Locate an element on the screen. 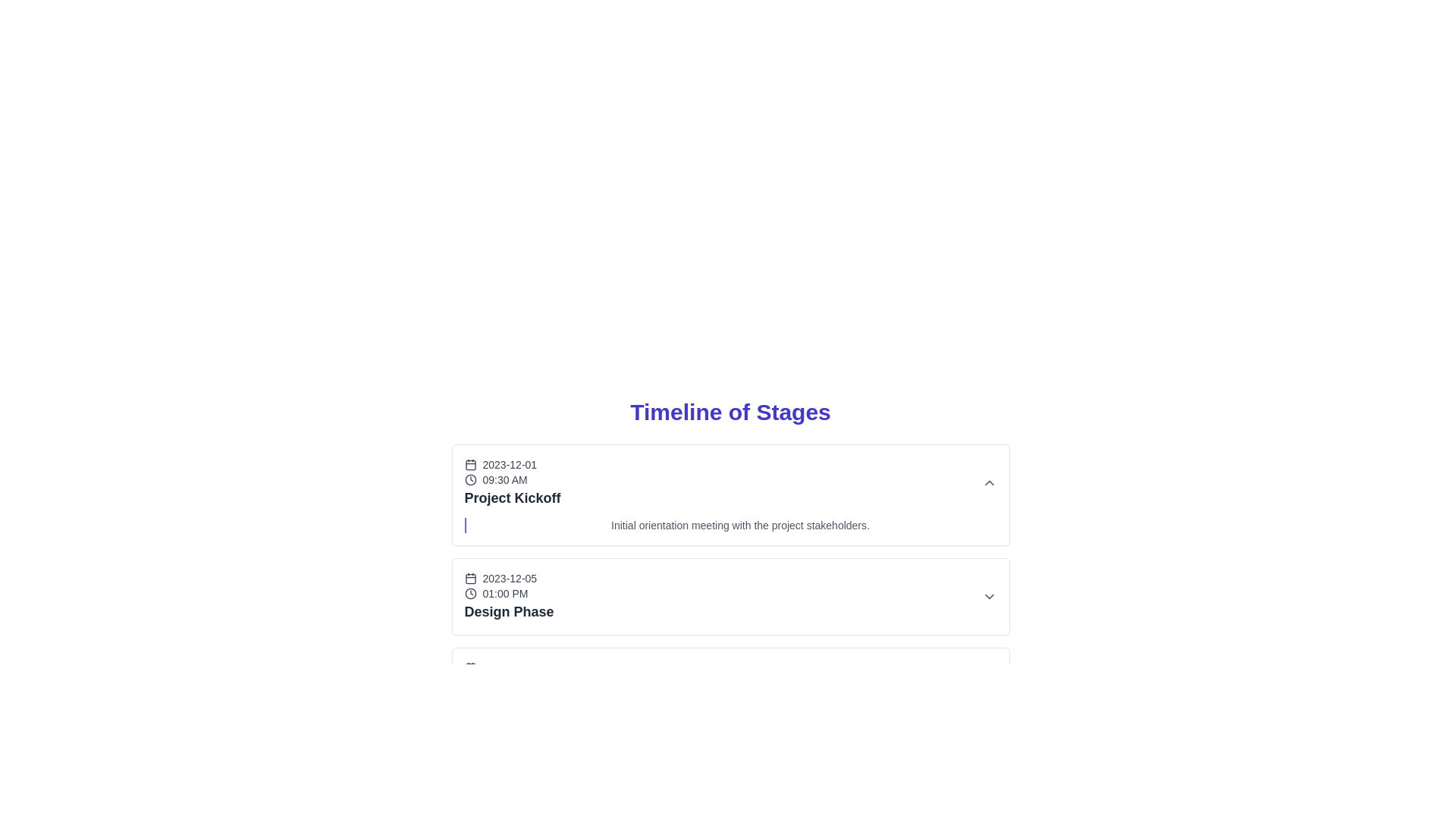 Image resolution: width=1456 pixels, height=819 pixels. the text label displaying '09:30 AM' in gray color, located beside the clock icon in the timeline entry for '2023-12-01', above the title 'Project Kickoff' is located at coordinates (513, 479).